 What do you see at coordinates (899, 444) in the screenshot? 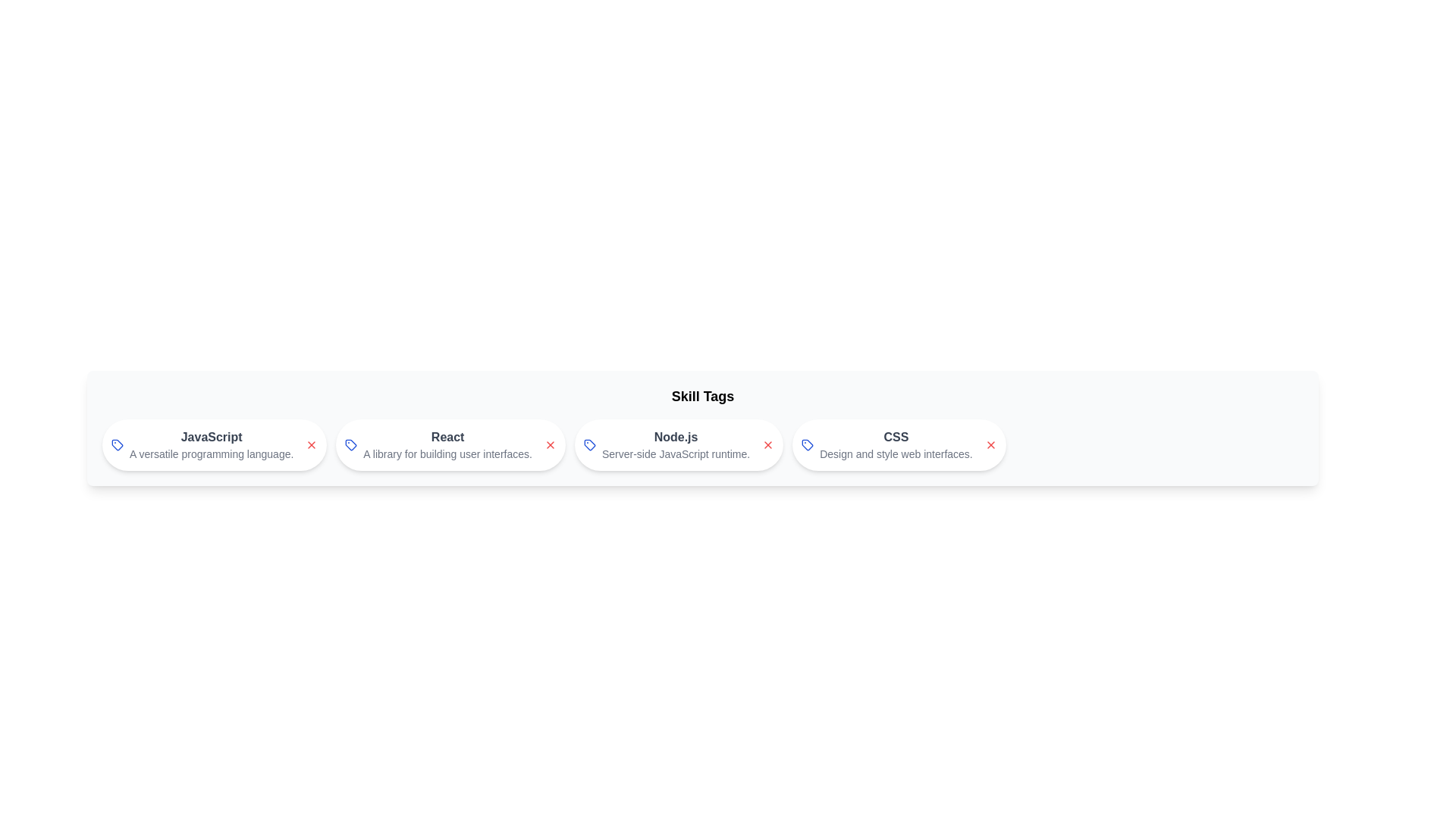
I see `the skill chip labeled CSS` at bounding box center [899, 444].